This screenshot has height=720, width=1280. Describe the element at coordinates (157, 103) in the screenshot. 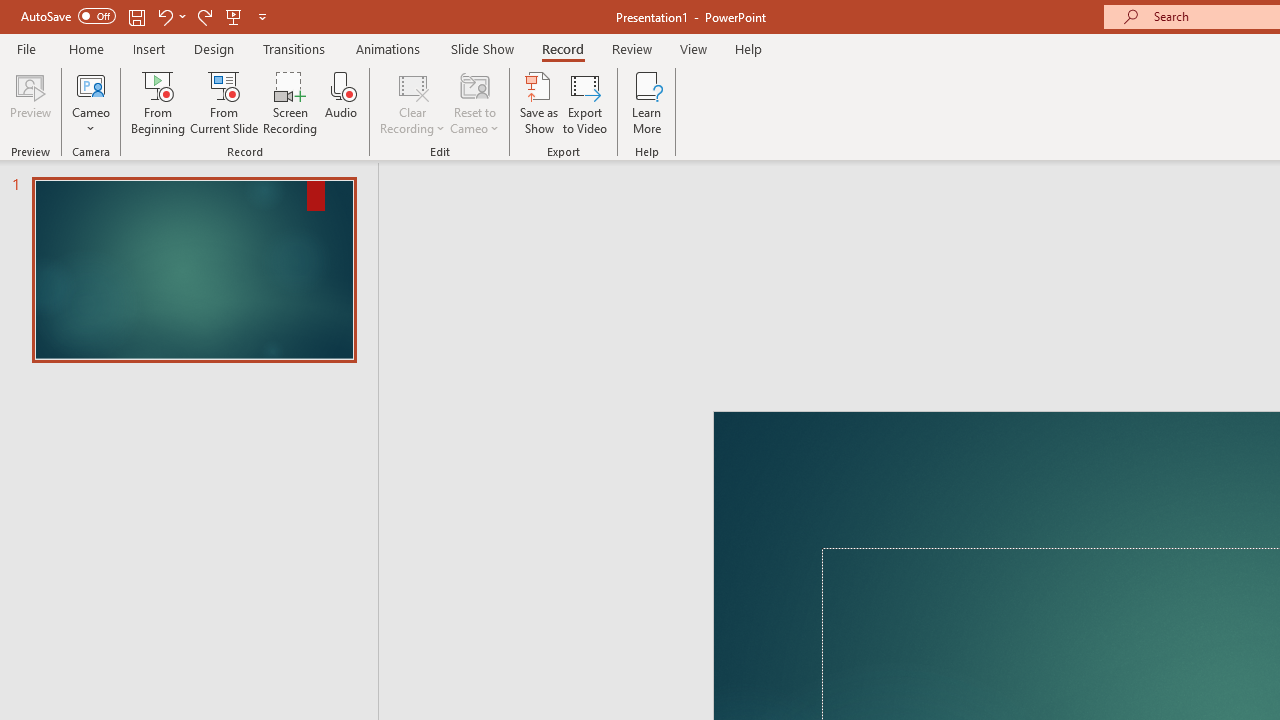

I see `'From Beginning...'` at that location.